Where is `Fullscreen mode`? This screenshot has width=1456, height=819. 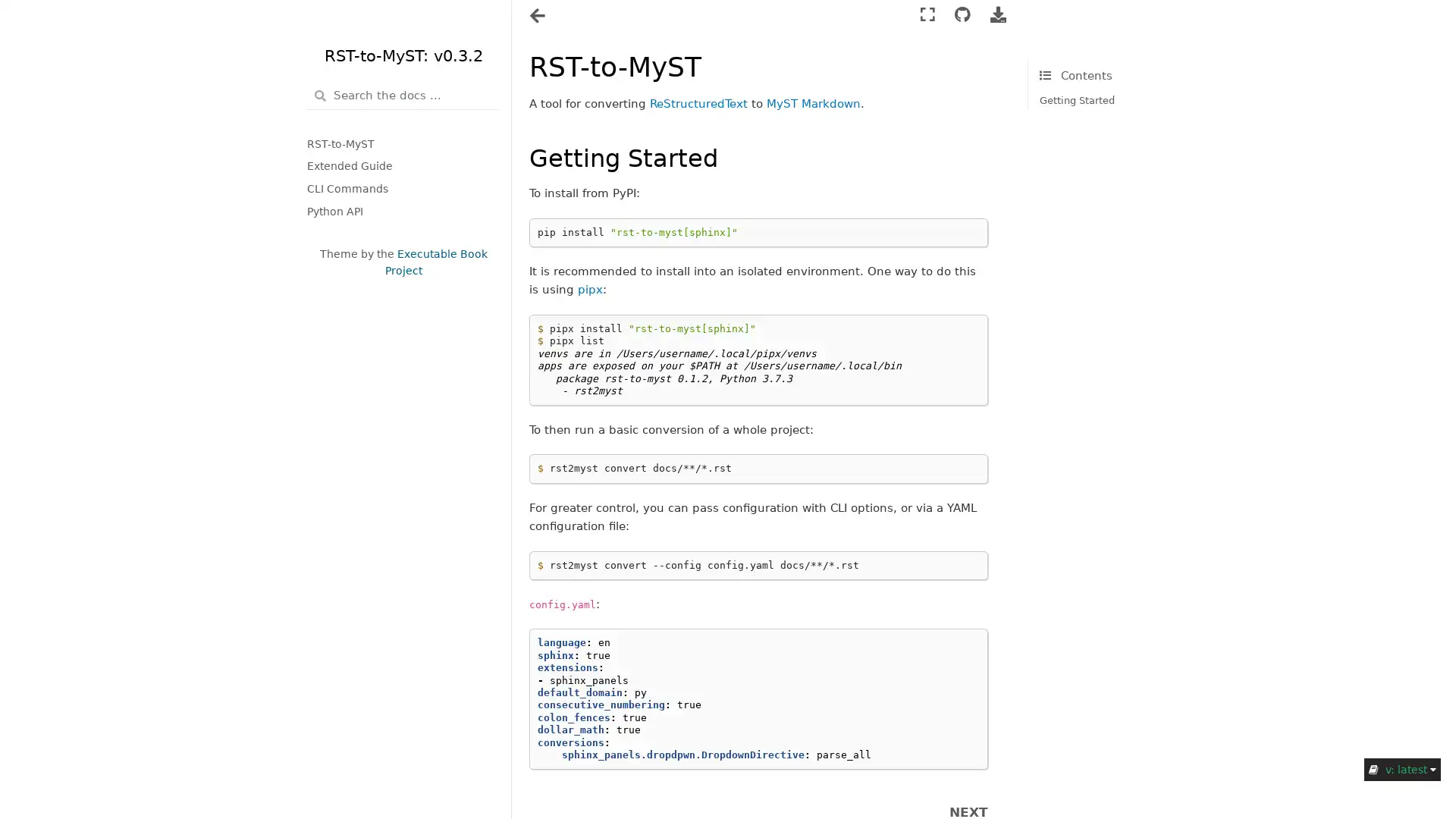
Fullscreen mode is located at coordinates (927, 15).